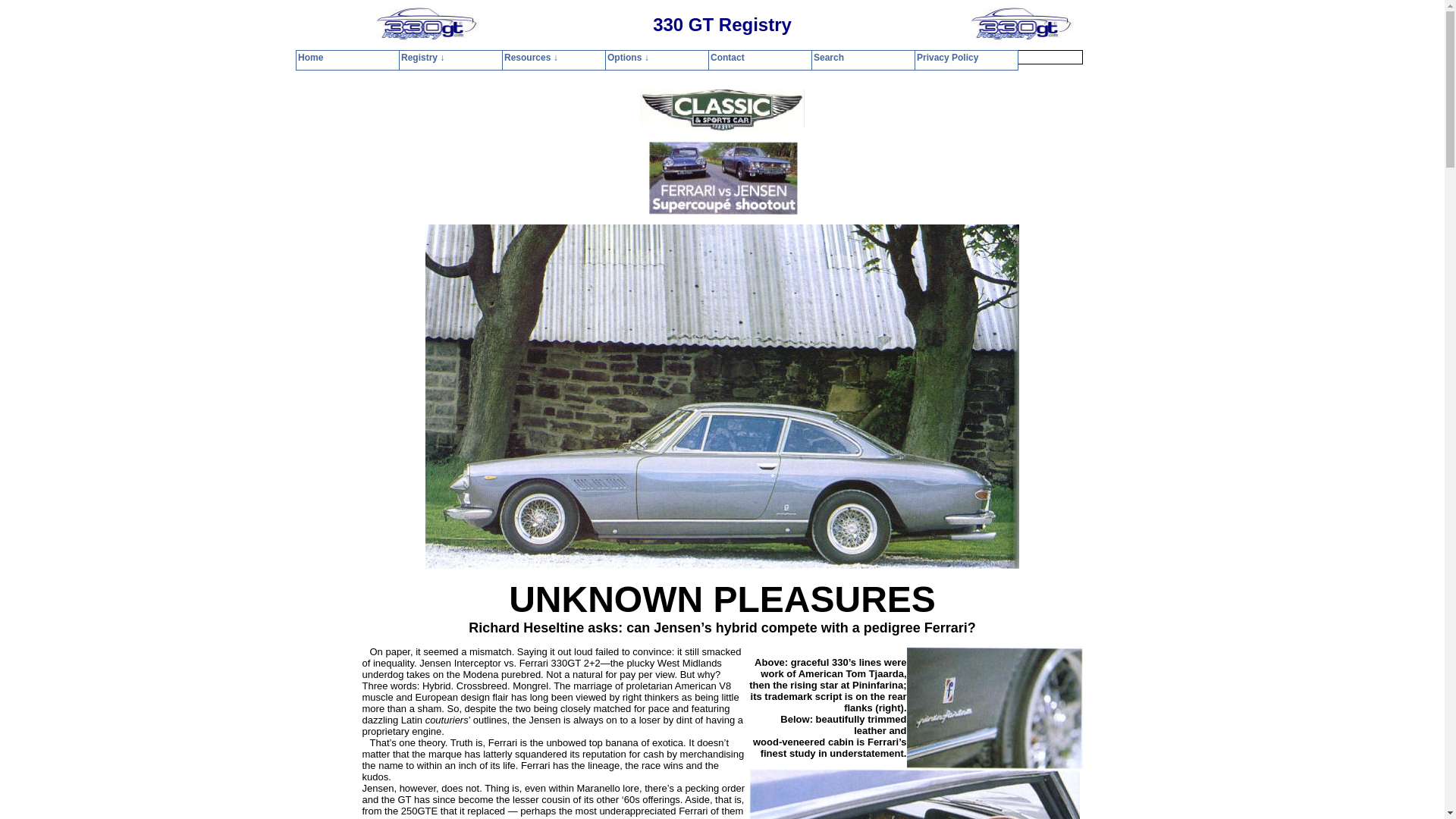 The width and height of the screenshot is (1456, 819). Describe the element at coordinates (742, 56) in the screenshot. I see `'Contact'` at that location.